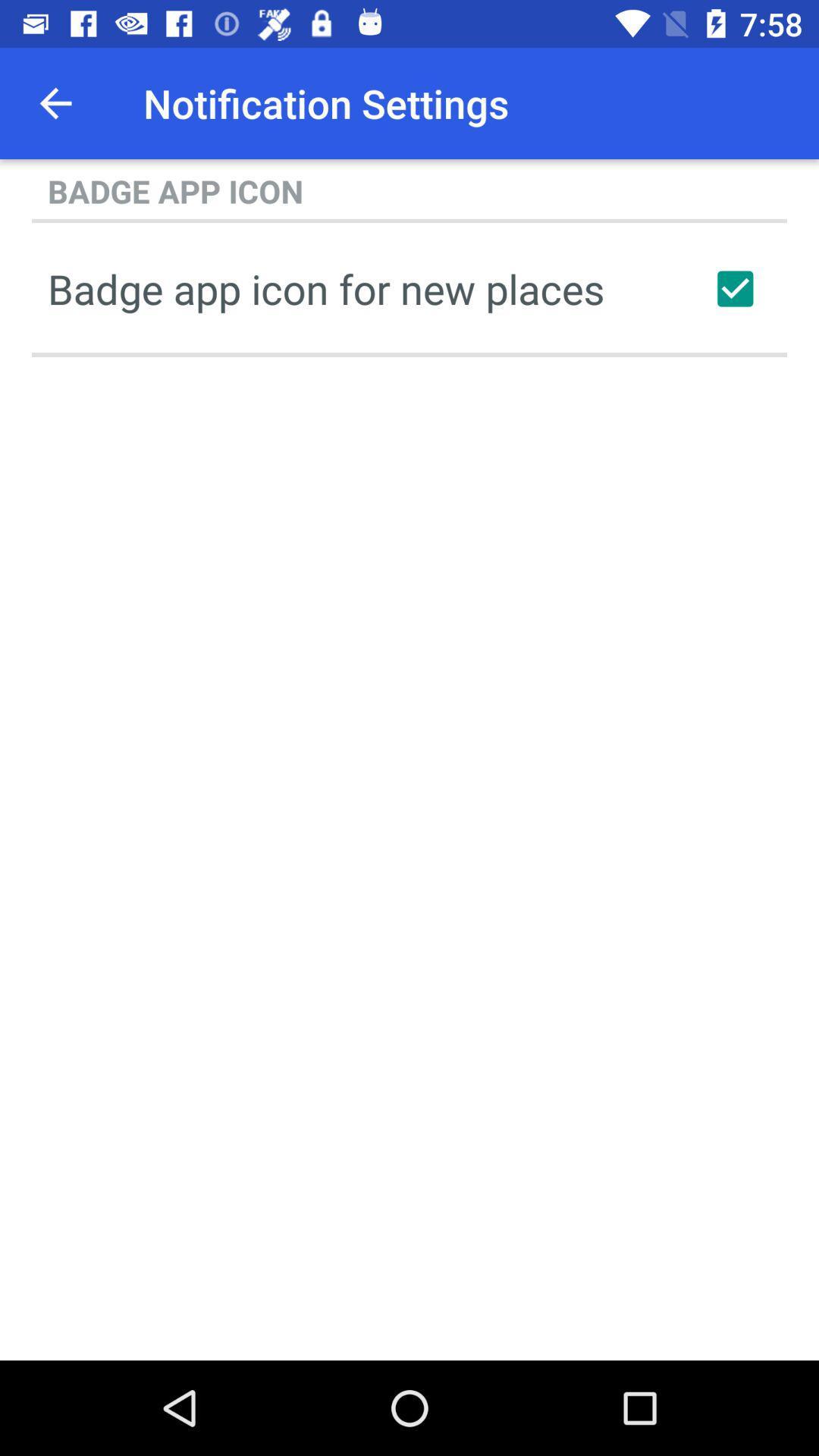 This screenshot has width=819, height=1456. I want to click on the icon to the right of the badge app icon item, so click(734, 288).